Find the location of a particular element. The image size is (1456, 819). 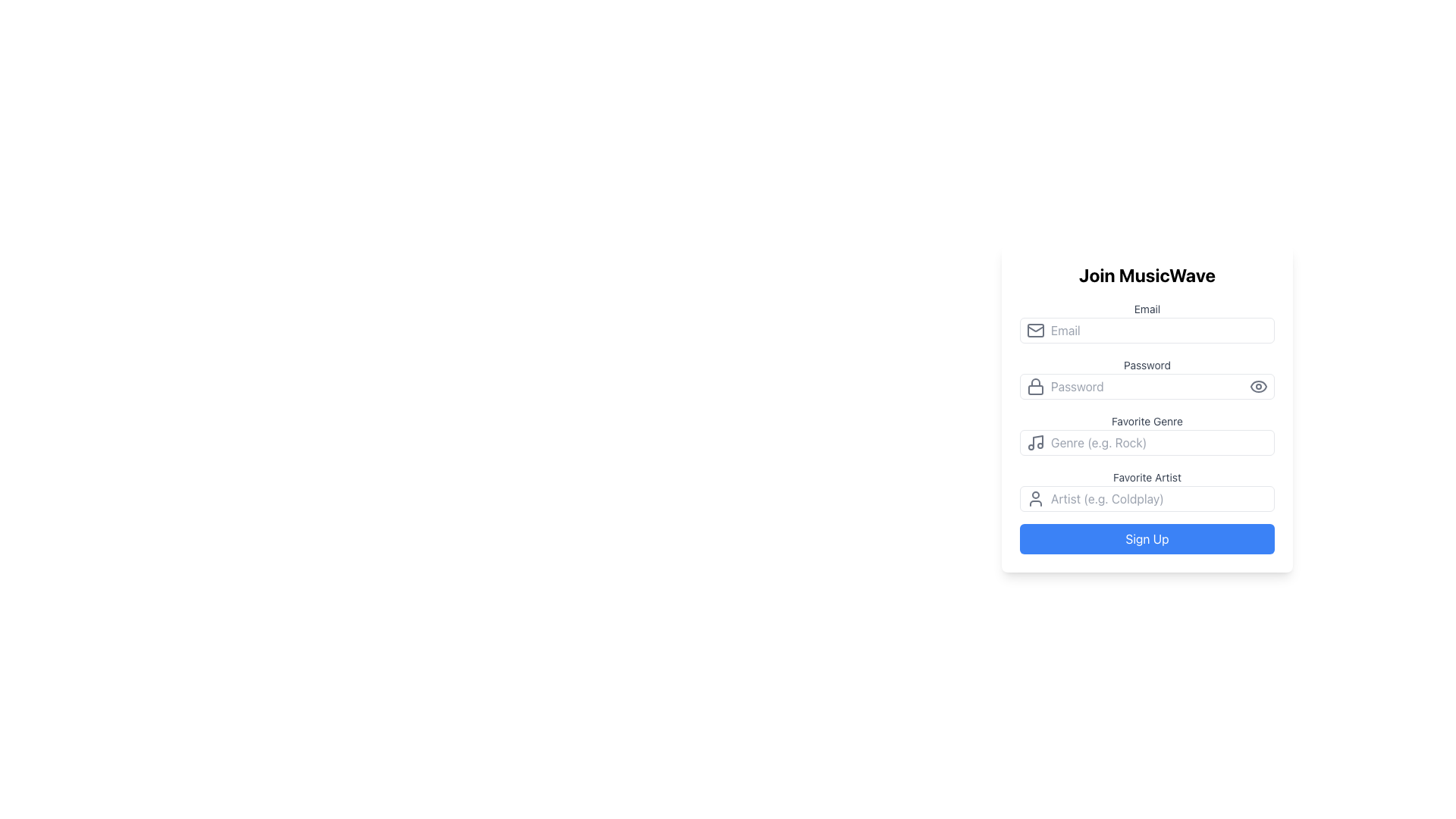

the lock icon located on the left side of the password input field in the 'Join MusicWave' form is located at coordinates (1035, 385).